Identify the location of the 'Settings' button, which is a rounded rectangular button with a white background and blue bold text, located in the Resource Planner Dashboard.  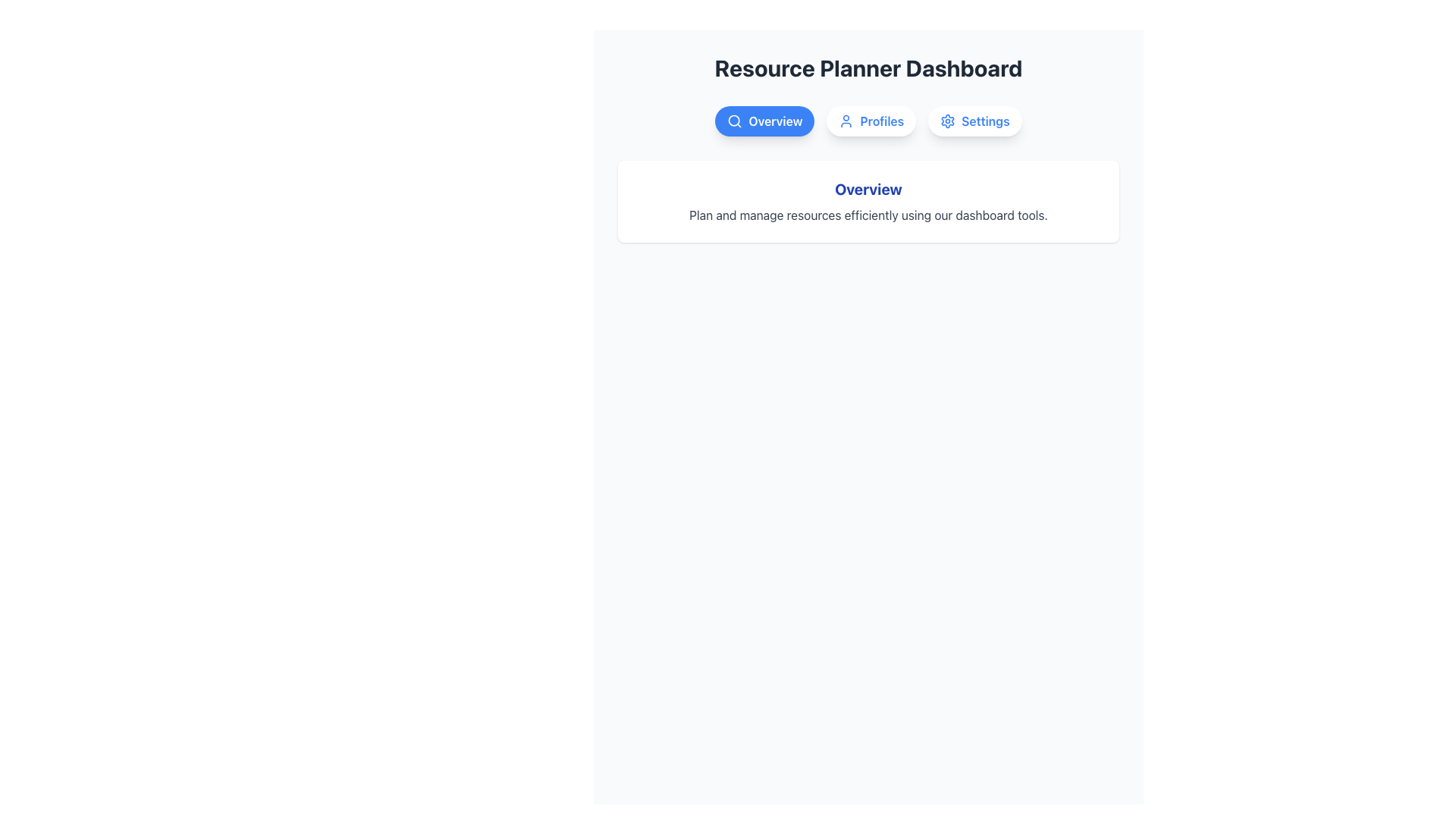
(974, 120).